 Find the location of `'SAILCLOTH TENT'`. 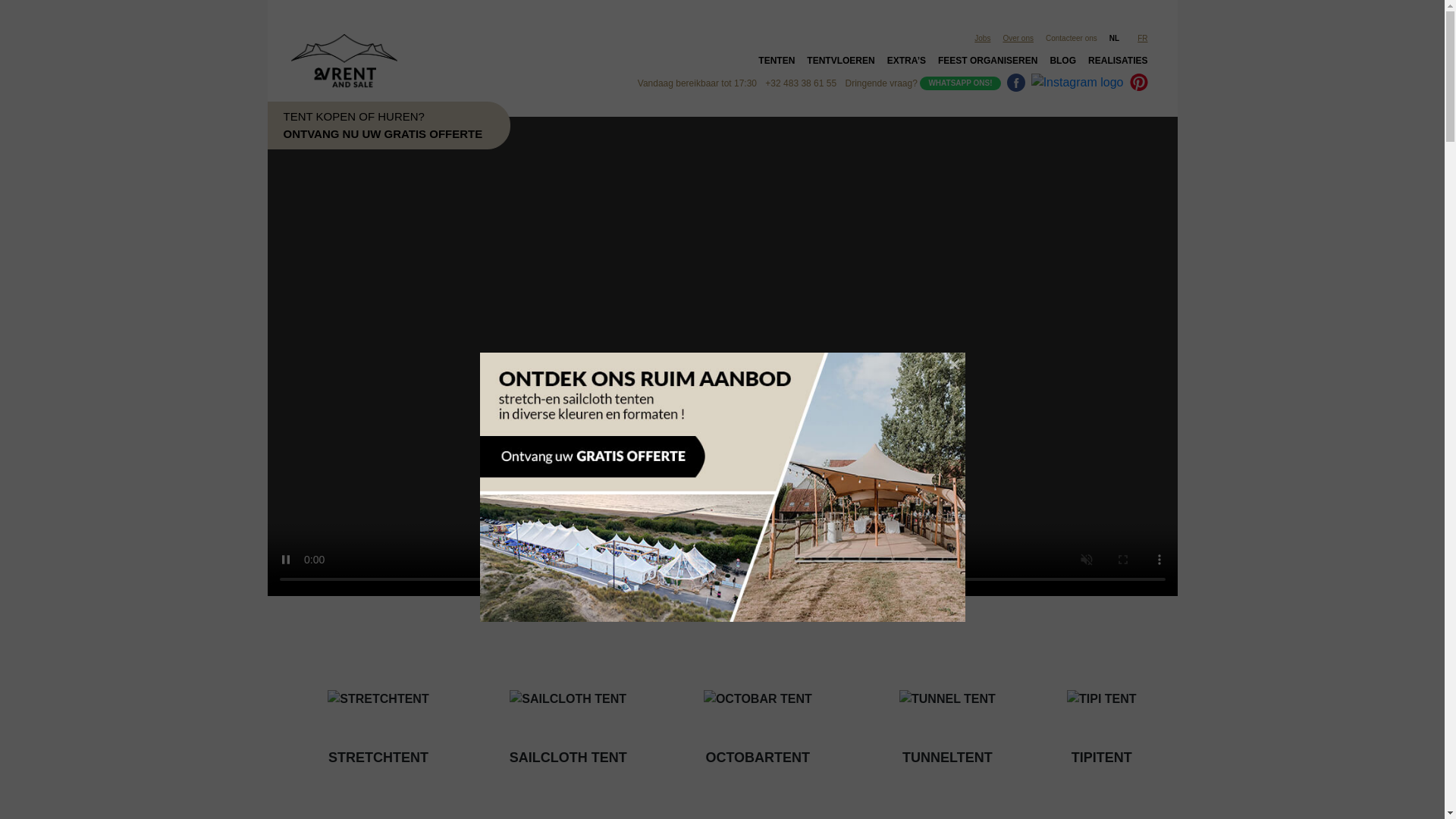

'SAILCLOTH TENT' is located at coordinates (566, 712).